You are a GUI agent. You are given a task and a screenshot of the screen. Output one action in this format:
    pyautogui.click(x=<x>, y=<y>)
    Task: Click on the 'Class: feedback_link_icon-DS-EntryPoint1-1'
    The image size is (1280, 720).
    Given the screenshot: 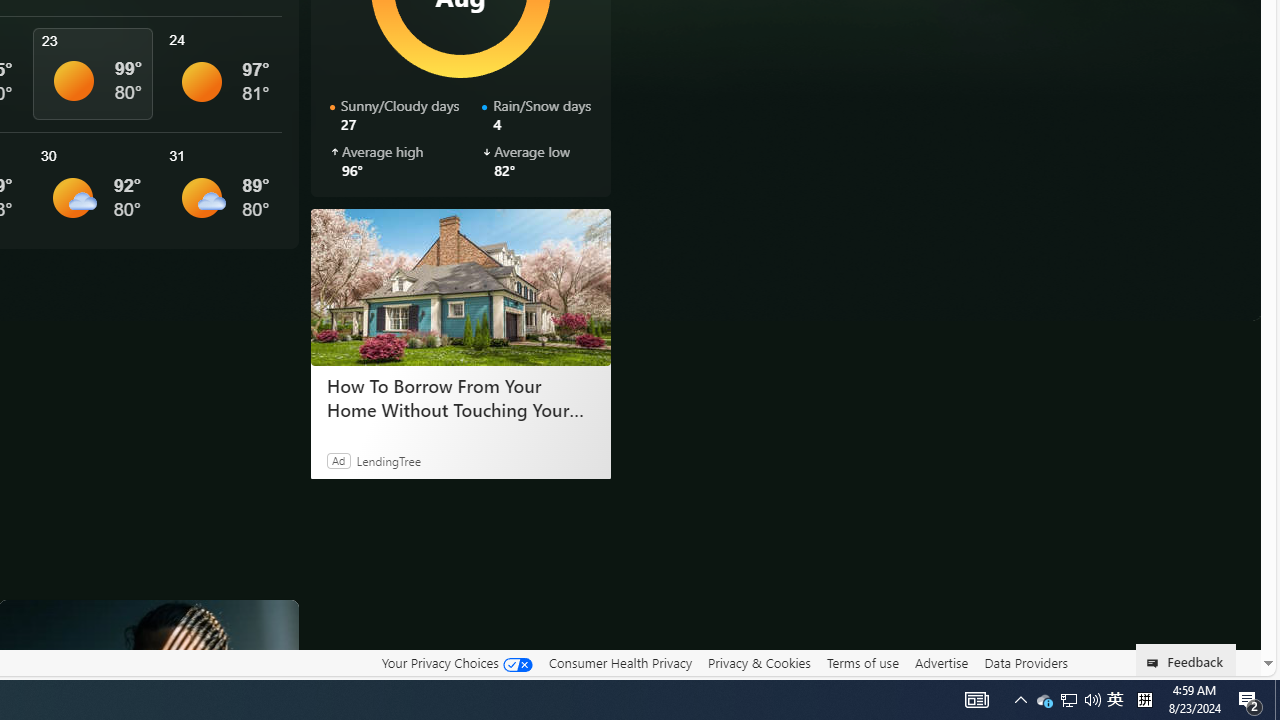 What is the action you would take?
    pyautogui.click(x=1156, y=663)
    